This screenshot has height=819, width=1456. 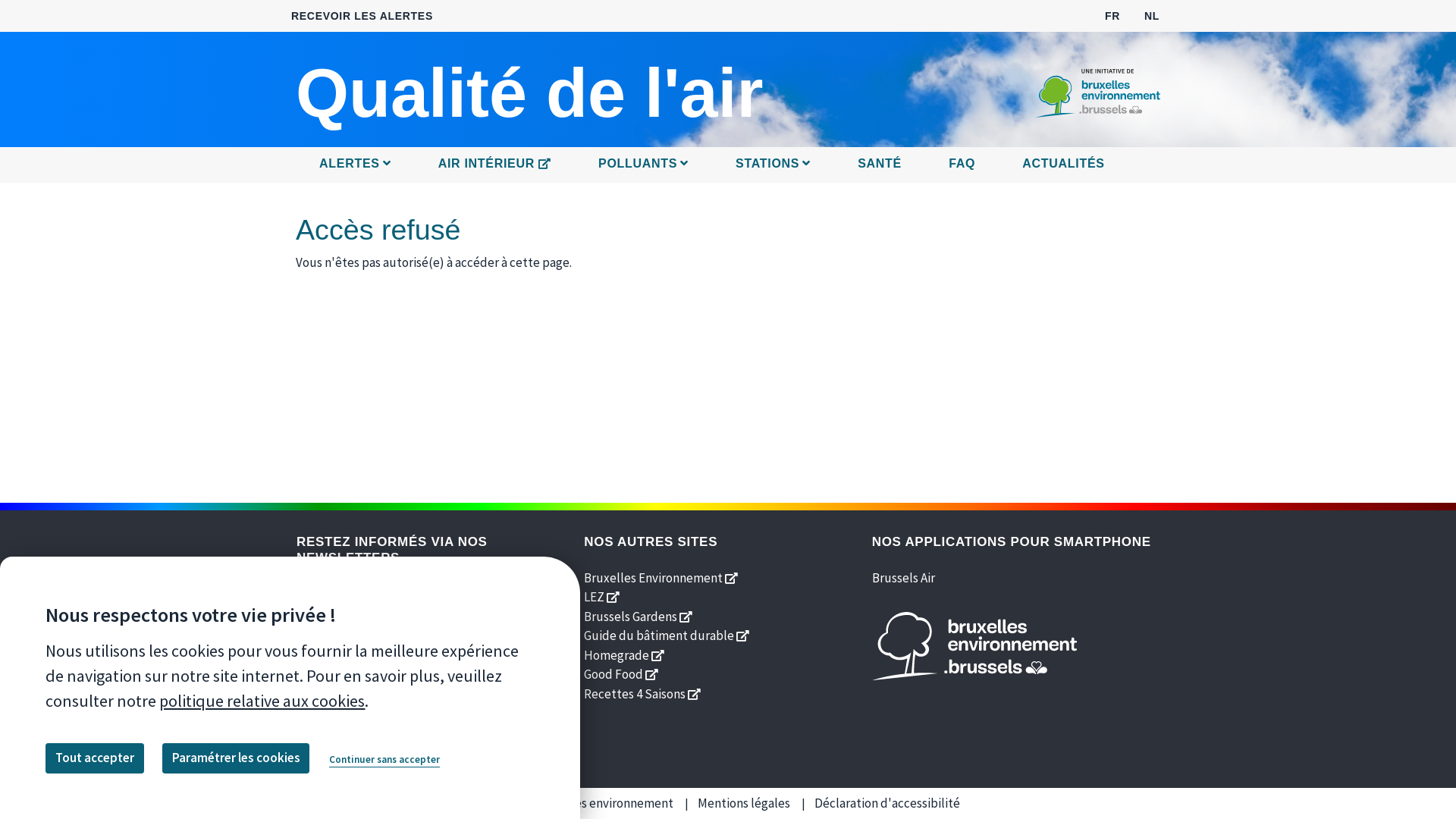 I want to click on 'NL', so click(x=1151, y=14).